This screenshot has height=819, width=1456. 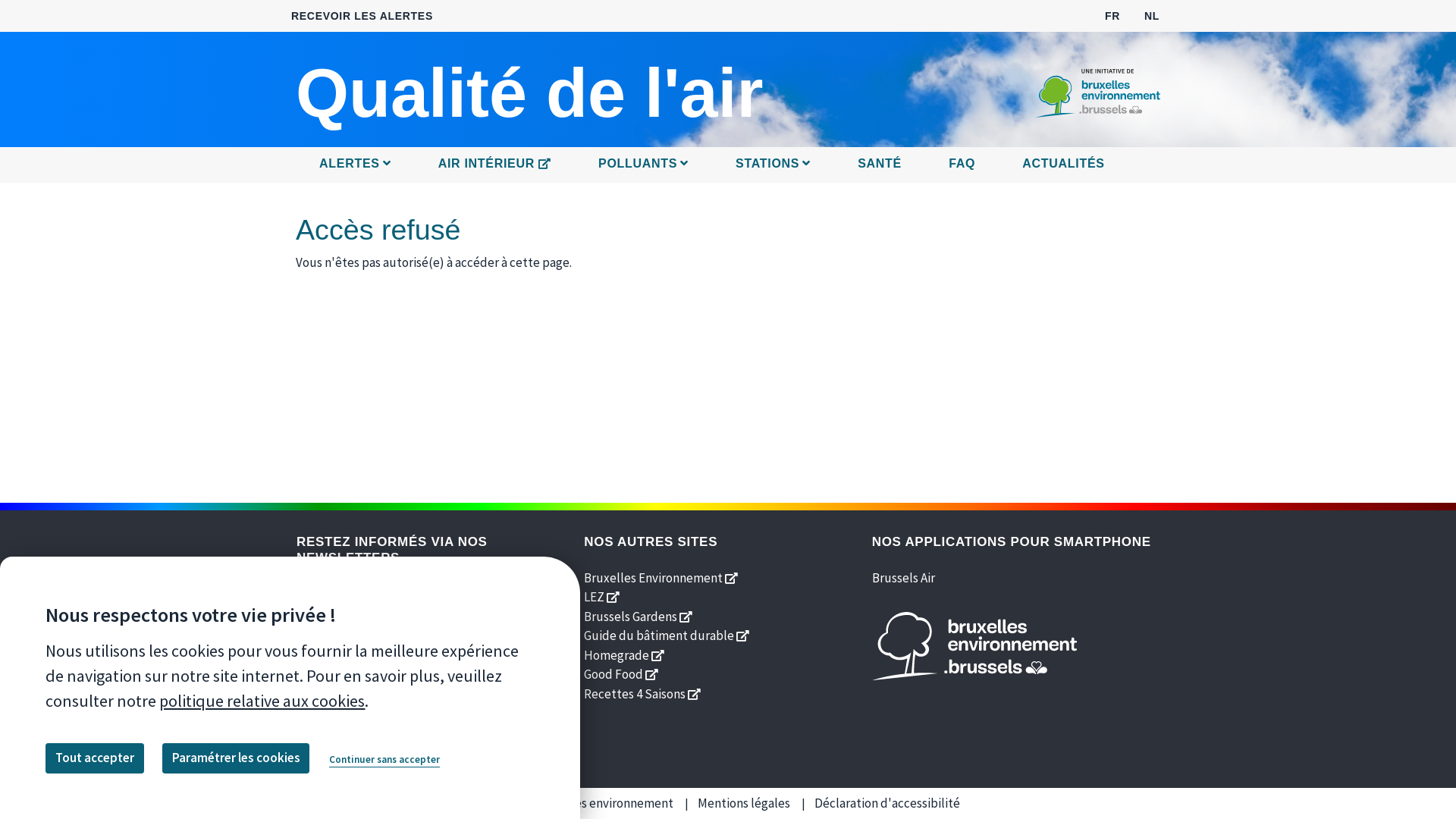 I want to click on 'NL', so click(x=1151, y=14).